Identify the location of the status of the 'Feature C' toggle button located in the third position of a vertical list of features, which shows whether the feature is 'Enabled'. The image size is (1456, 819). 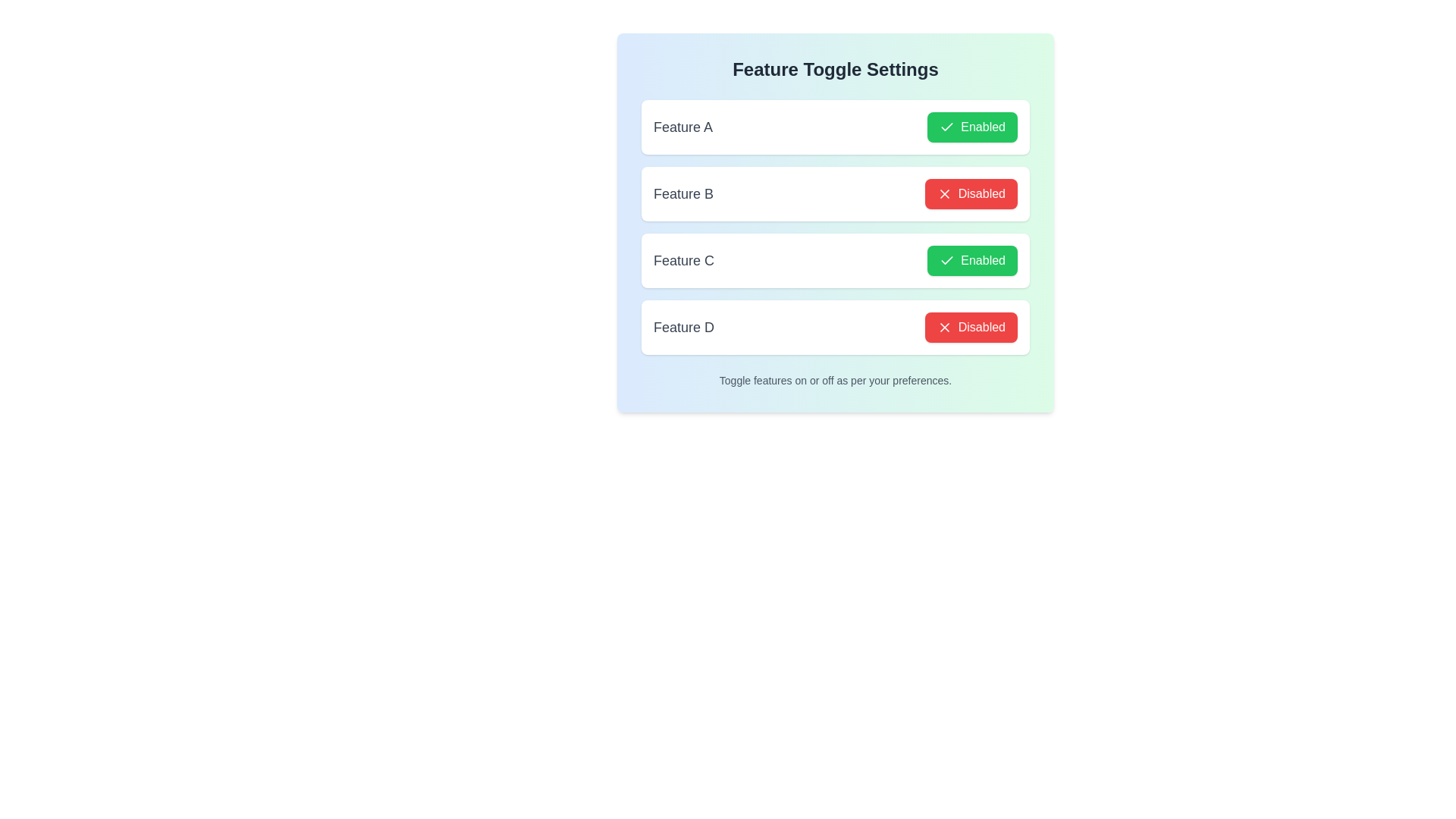
(835, 259).